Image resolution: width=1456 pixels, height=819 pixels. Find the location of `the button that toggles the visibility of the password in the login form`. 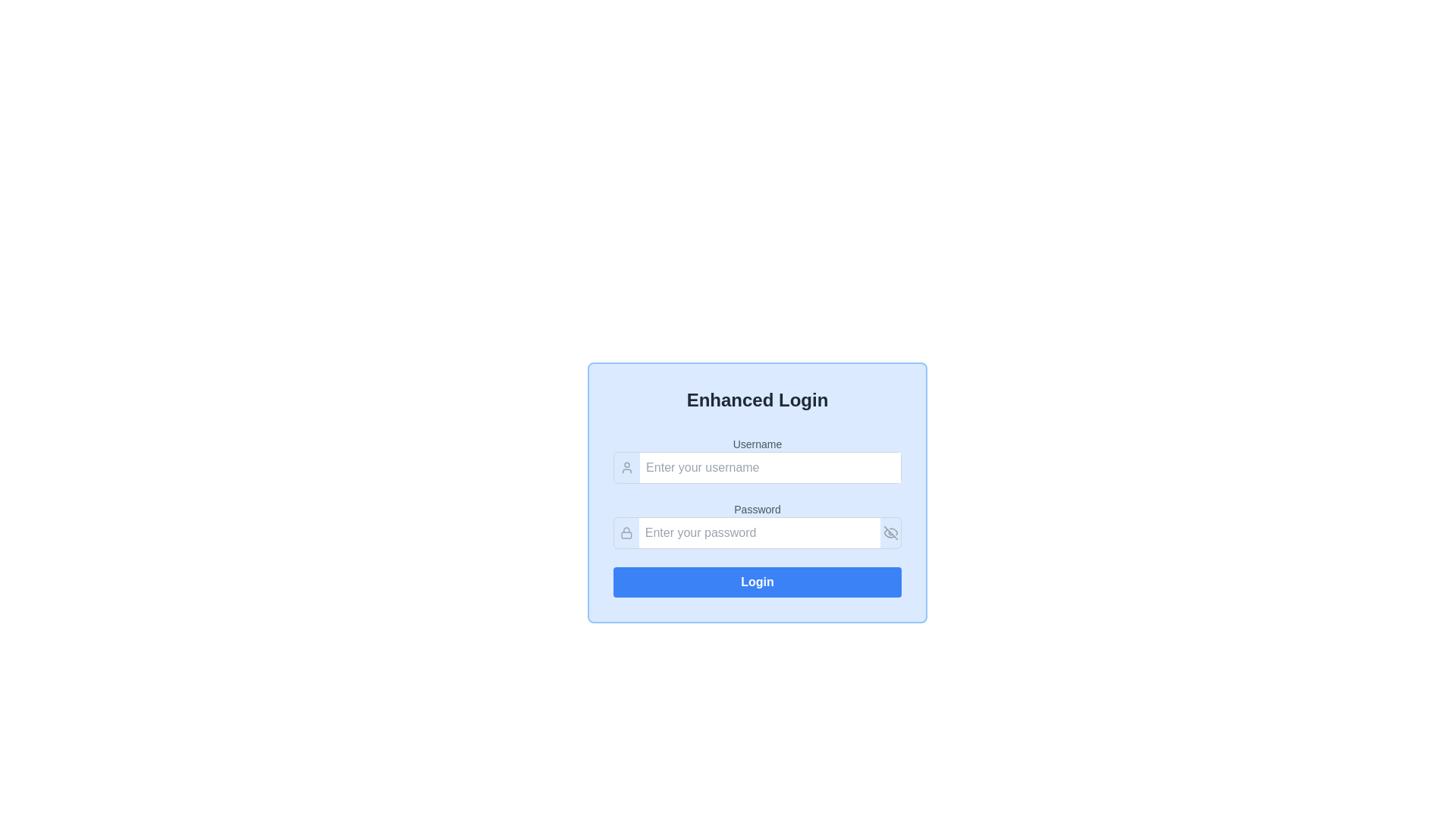

the button that toggles the visibility of the password in the login form is located at coordinates (890, 532).